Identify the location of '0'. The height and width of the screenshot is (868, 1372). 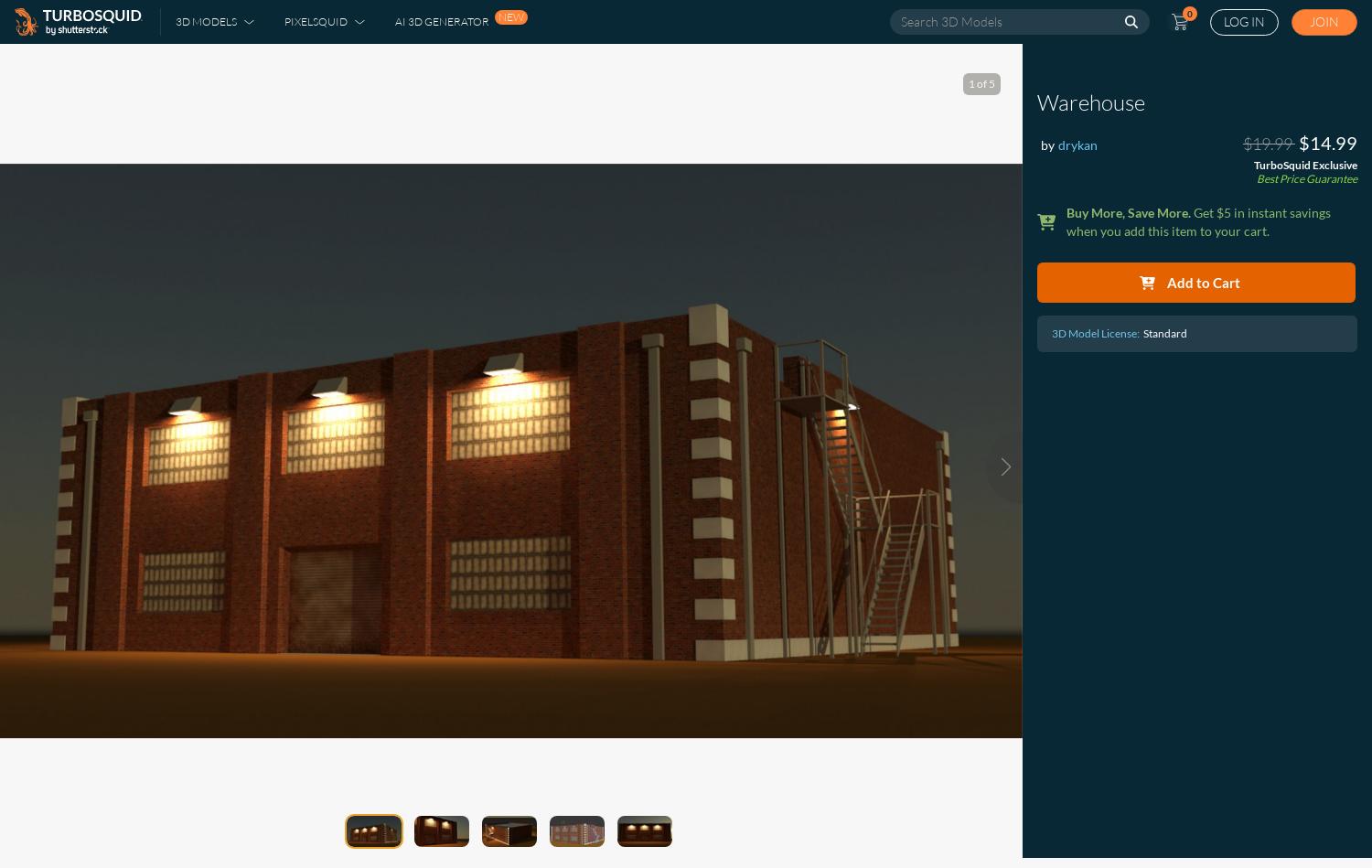
(1189, 13).